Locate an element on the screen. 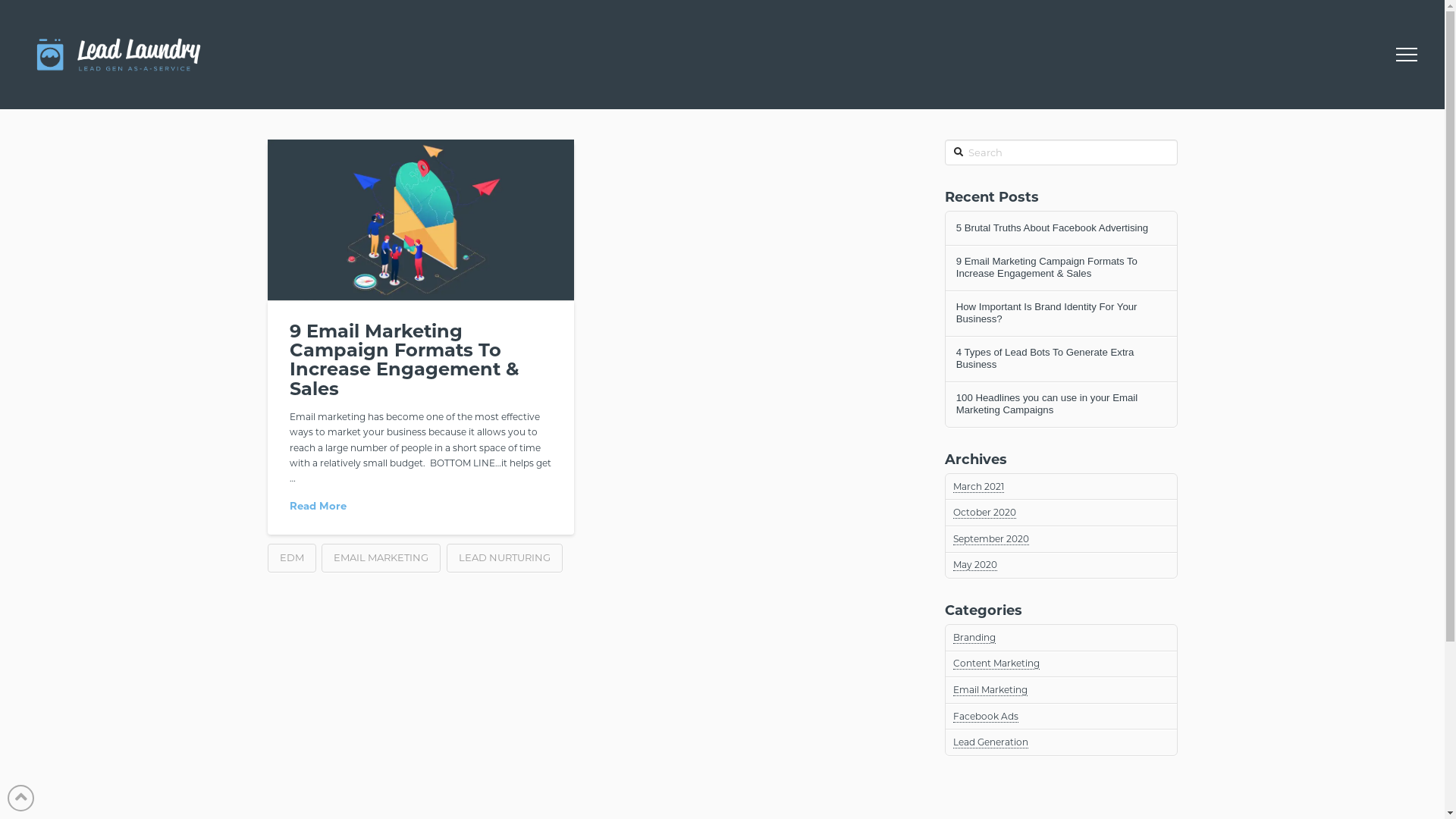 This screenshot has height=819, width=1456. 'Back to Top' is located at coordinates (20, 797).